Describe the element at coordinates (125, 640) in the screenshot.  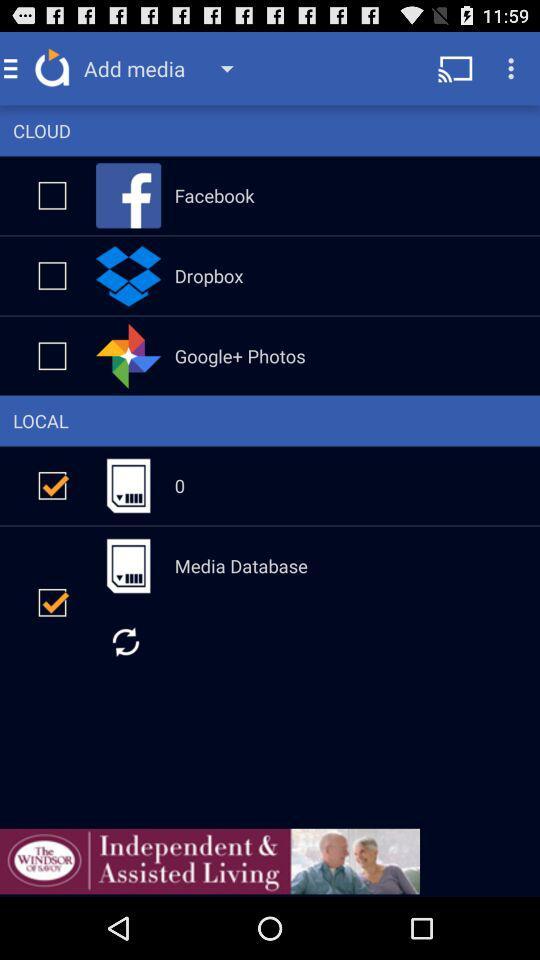
I see `rotate app` at that location.